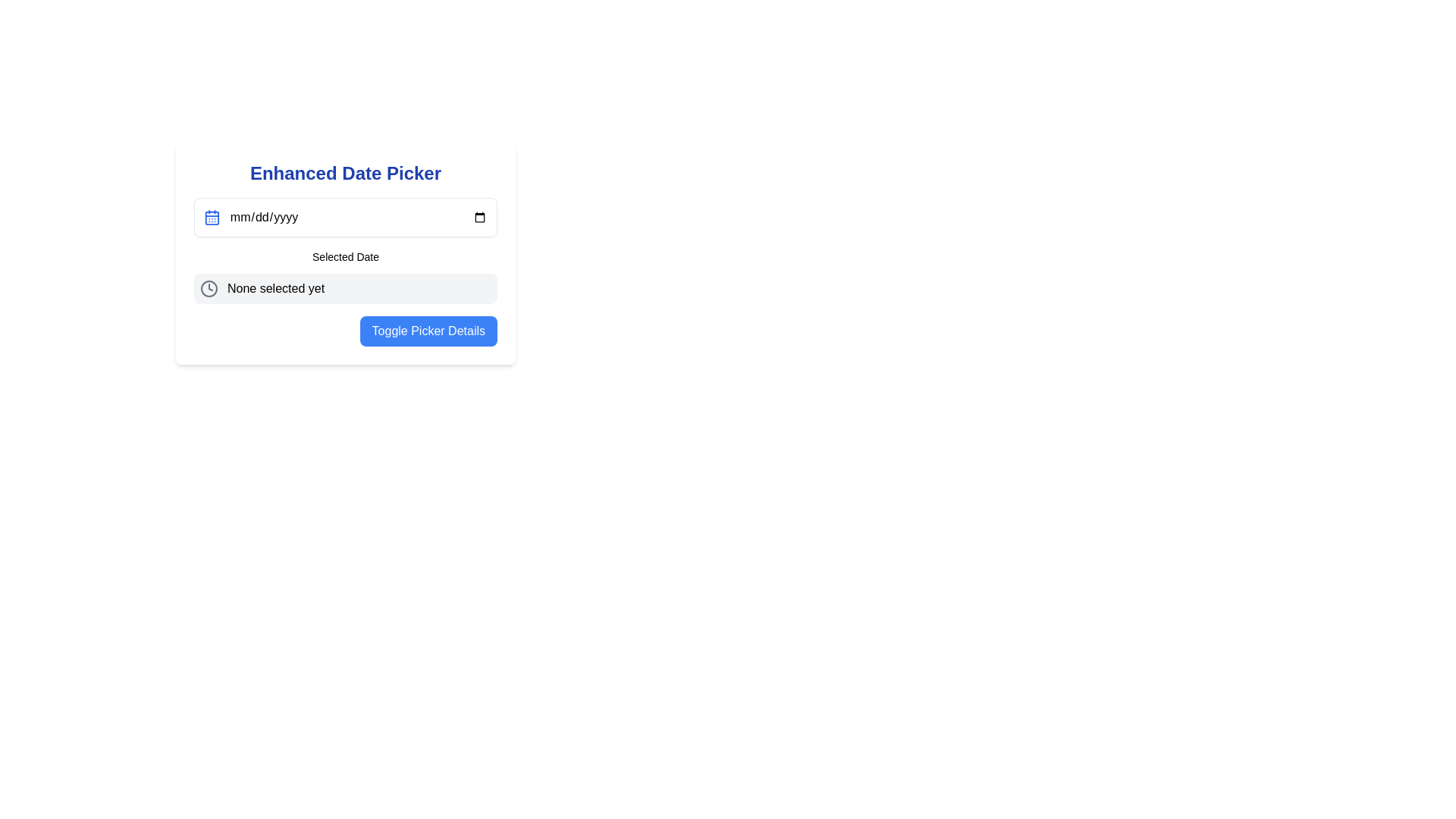 The image size is (1456, 819). What do you see at coordinates (208, 289) in the screenshot?
I see `the circular outline representing the clock face in the icon set, which is centrally positioned within the clock's structure` at bounding box center [208, 289].